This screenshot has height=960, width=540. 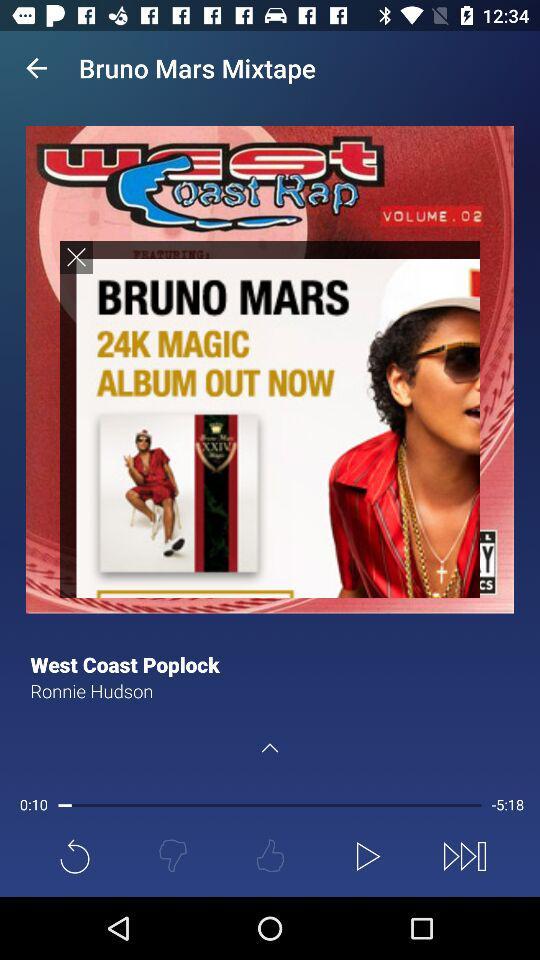 What do you see at coordinates (172, 855) in the screenshot?
I see `dislike` at bounding box center [172, 855].